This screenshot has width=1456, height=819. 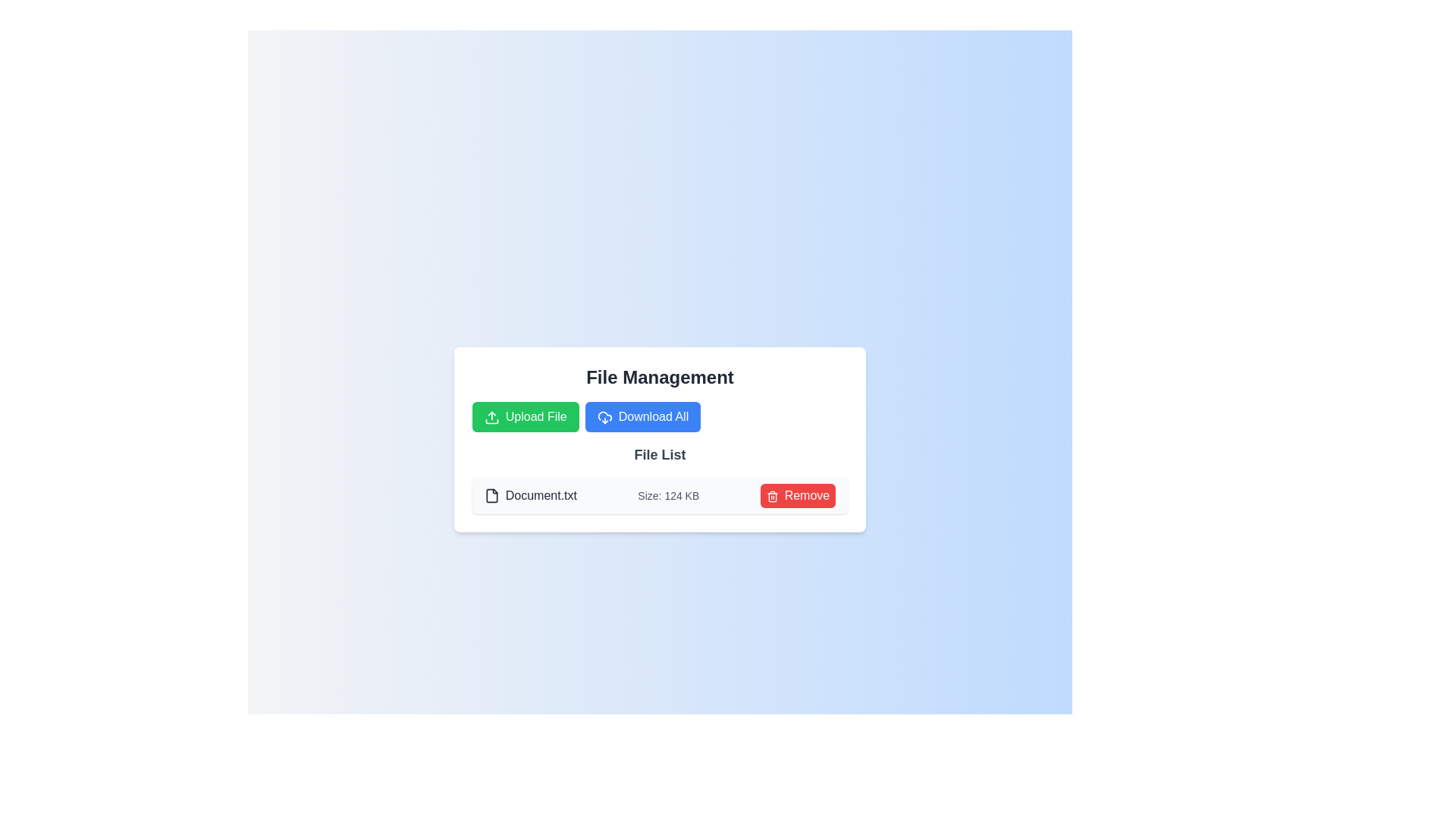 I want to click on the 'Upload File' button, which contains an SVG icon representing the upload functionality, located at the leftmost position of the button, so click(x=491, y=417).